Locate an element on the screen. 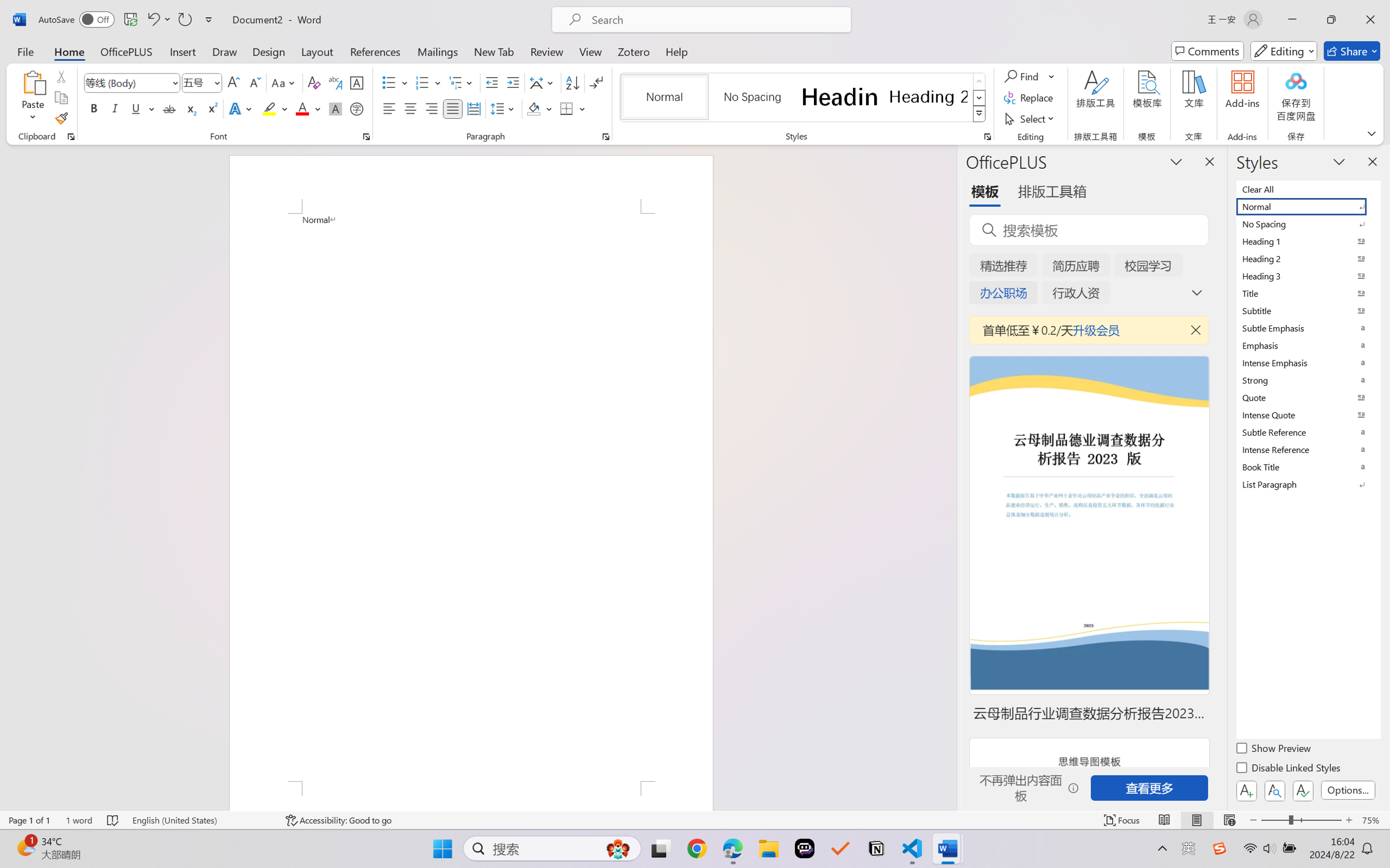 The image size is (1390, 868). 'Shading' is located at coordinates (539, 108).